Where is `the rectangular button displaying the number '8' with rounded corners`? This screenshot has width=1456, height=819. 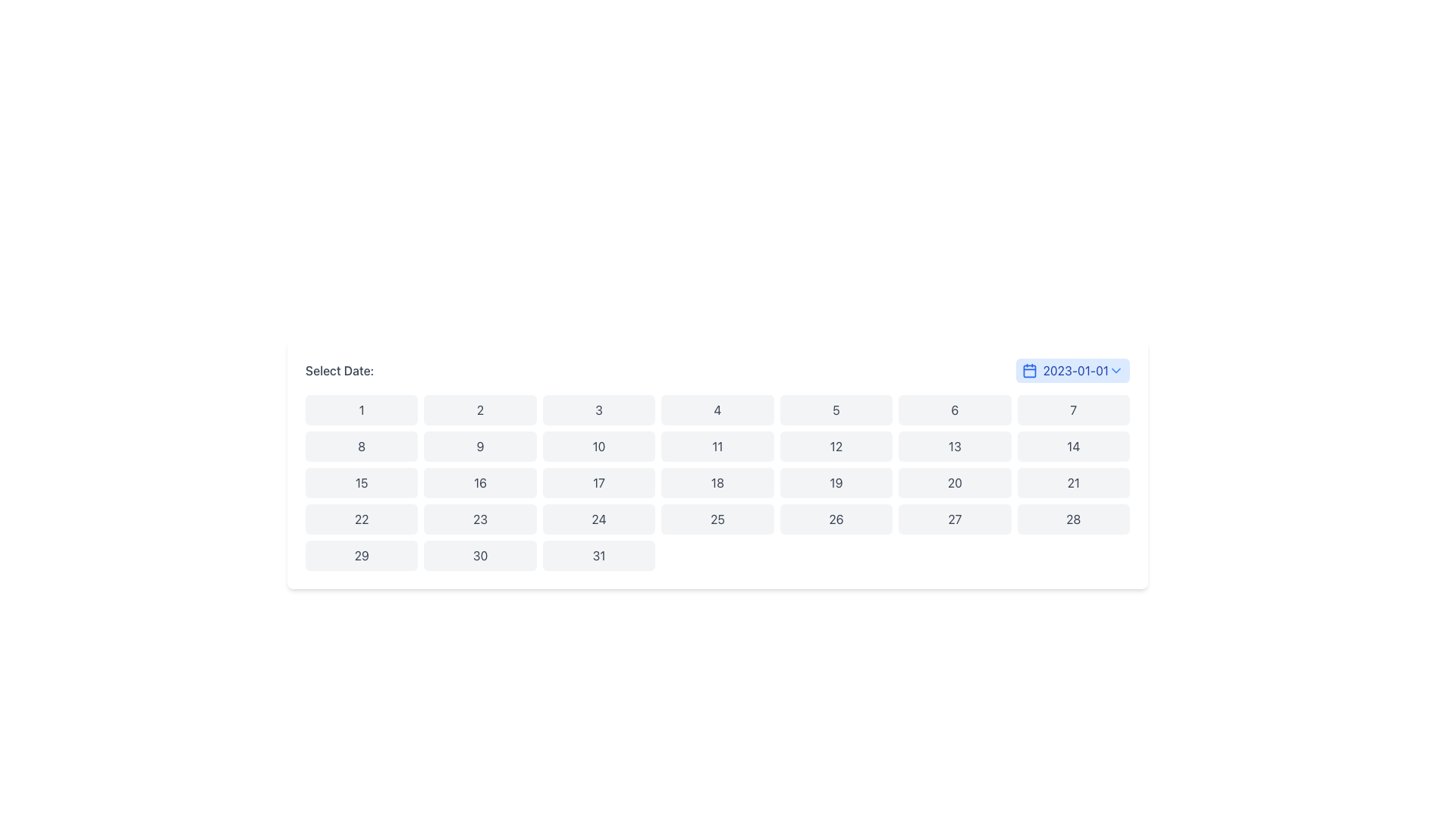 the rectangular button displaying the number '8' with rounded corners is located at coordinates (361, 446).